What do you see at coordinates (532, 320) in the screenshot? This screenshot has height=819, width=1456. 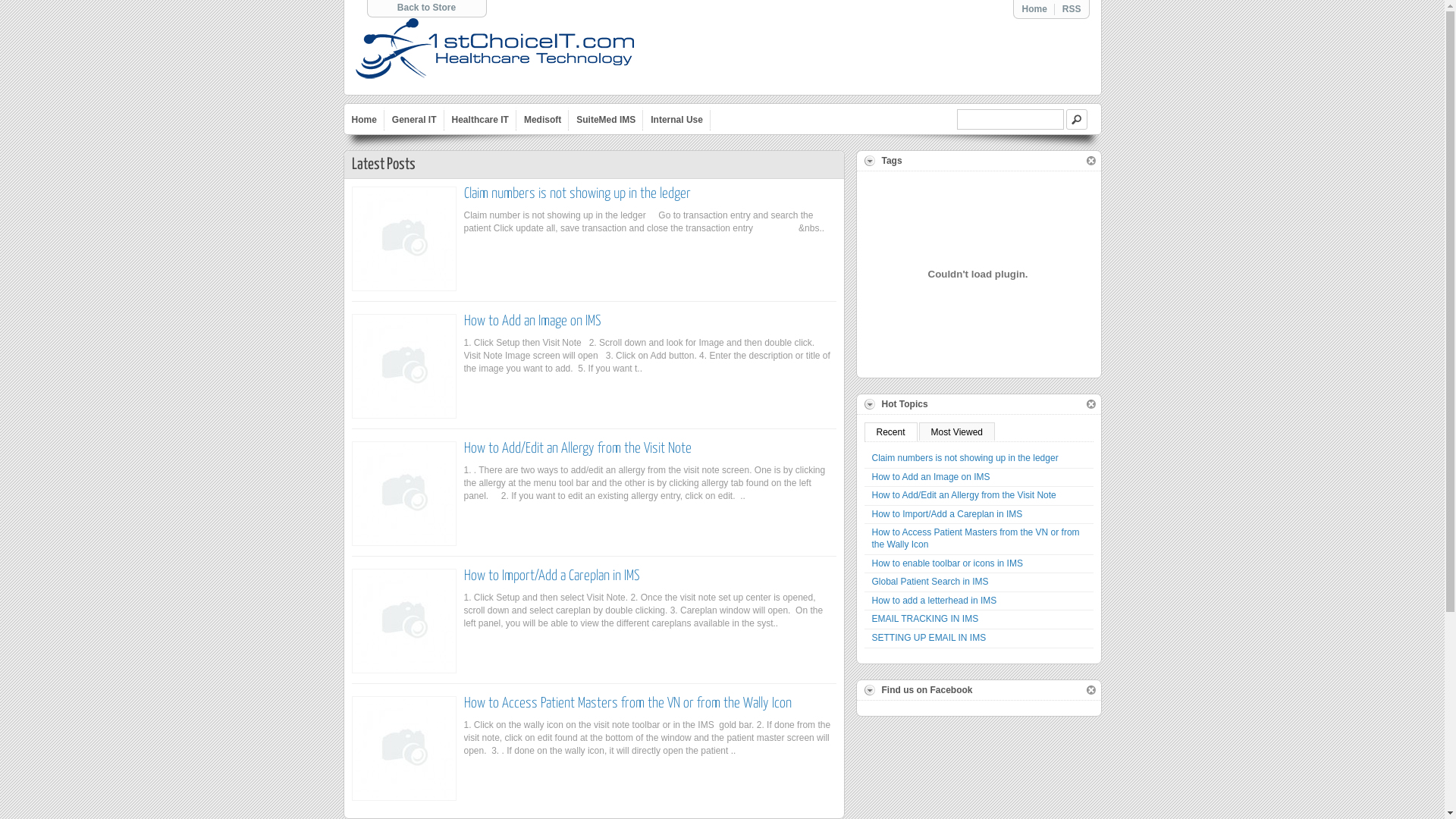 I see `'How to Add an Image on IMS'` at bounding box center [532, 320].